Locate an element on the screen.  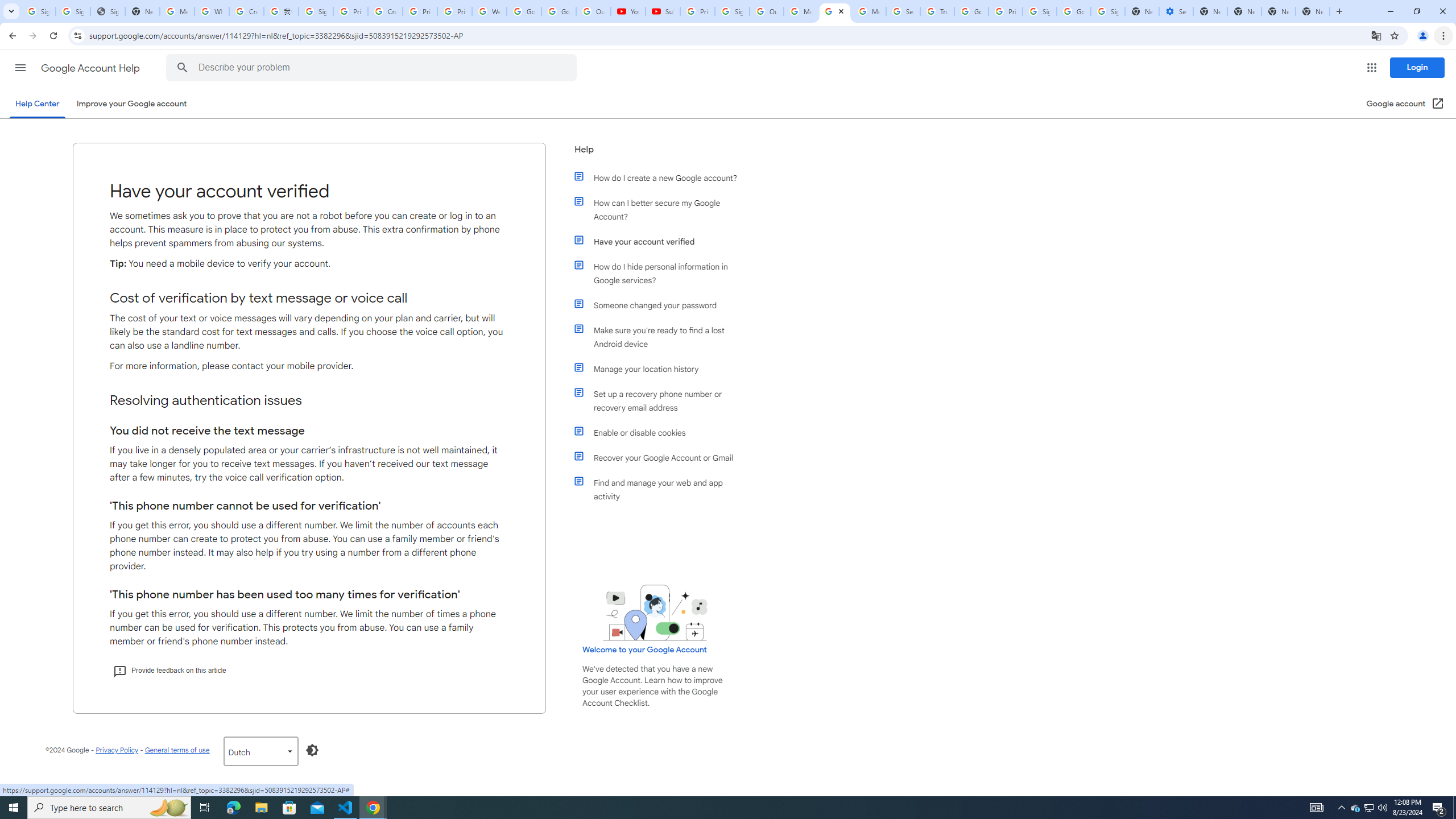
'Google Ads - Sign in' is located at coordinates (971, 11).